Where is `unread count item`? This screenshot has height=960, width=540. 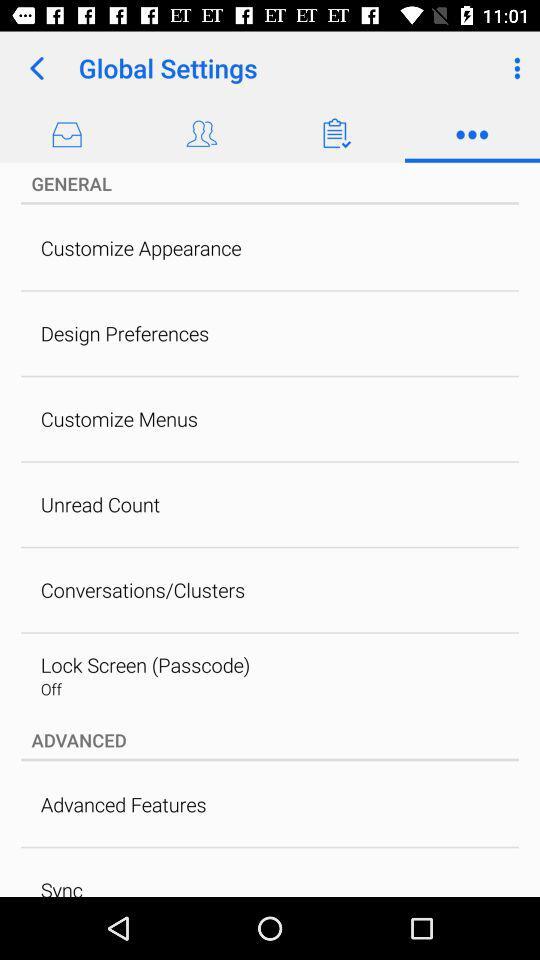
unread count item is located at coordinates (99, 503).